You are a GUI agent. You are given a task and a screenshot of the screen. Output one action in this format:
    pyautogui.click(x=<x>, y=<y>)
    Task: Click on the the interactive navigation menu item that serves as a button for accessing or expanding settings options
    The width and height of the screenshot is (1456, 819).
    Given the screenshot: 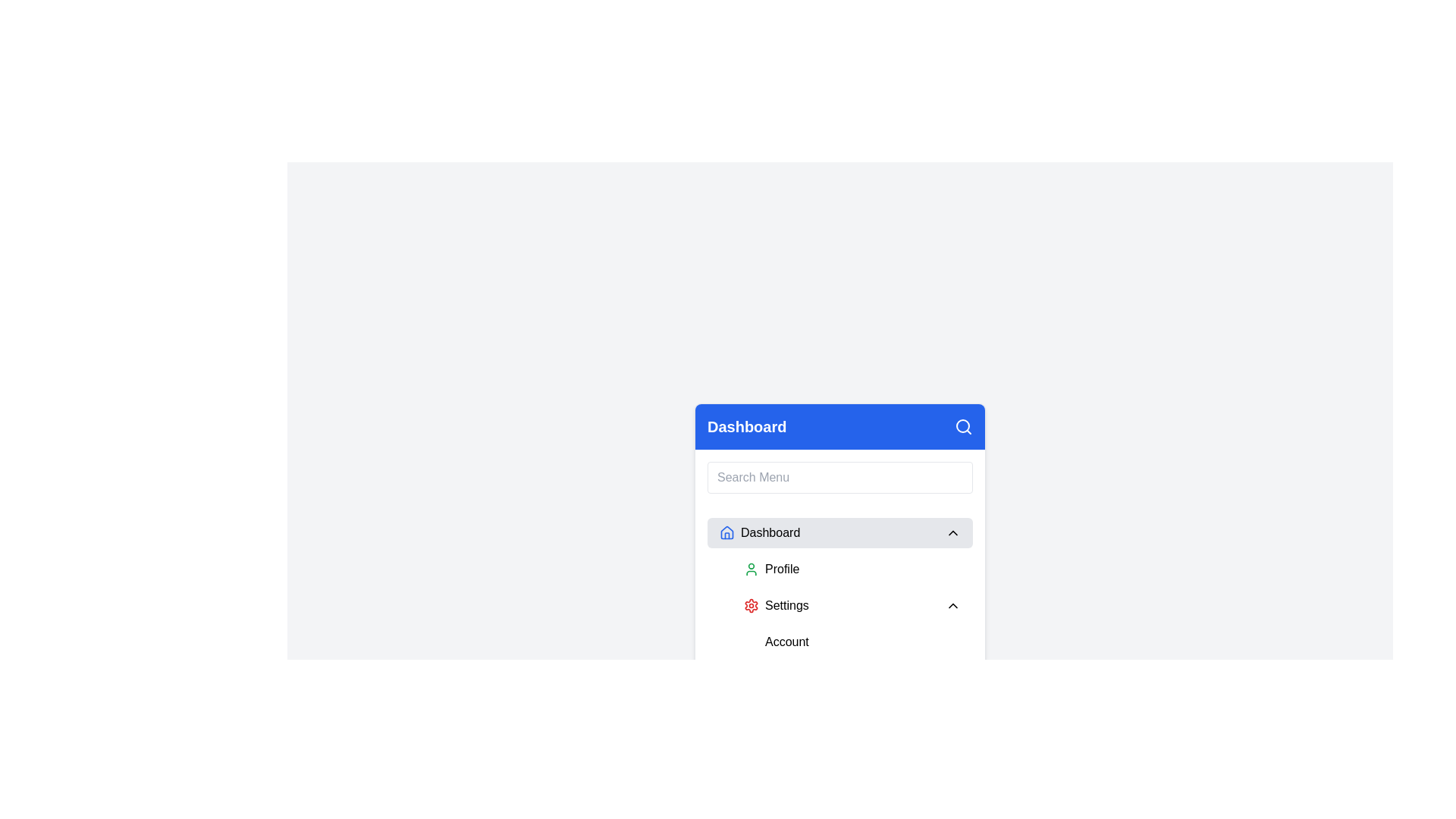 What is the action you would take?
    pyautogui.click(x=852, y=604)
    